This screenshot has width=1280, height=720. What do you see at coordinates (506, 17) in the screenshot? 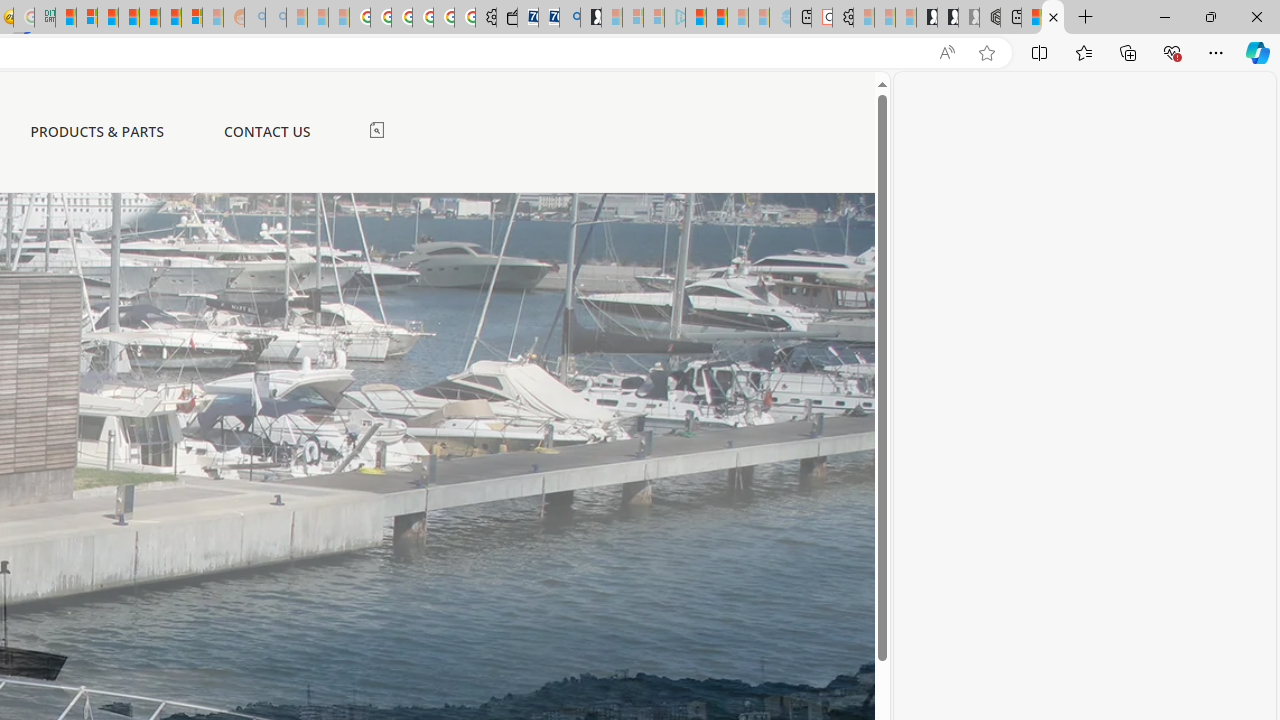
I see `'Wallet'` at bounding box center [506, 17].